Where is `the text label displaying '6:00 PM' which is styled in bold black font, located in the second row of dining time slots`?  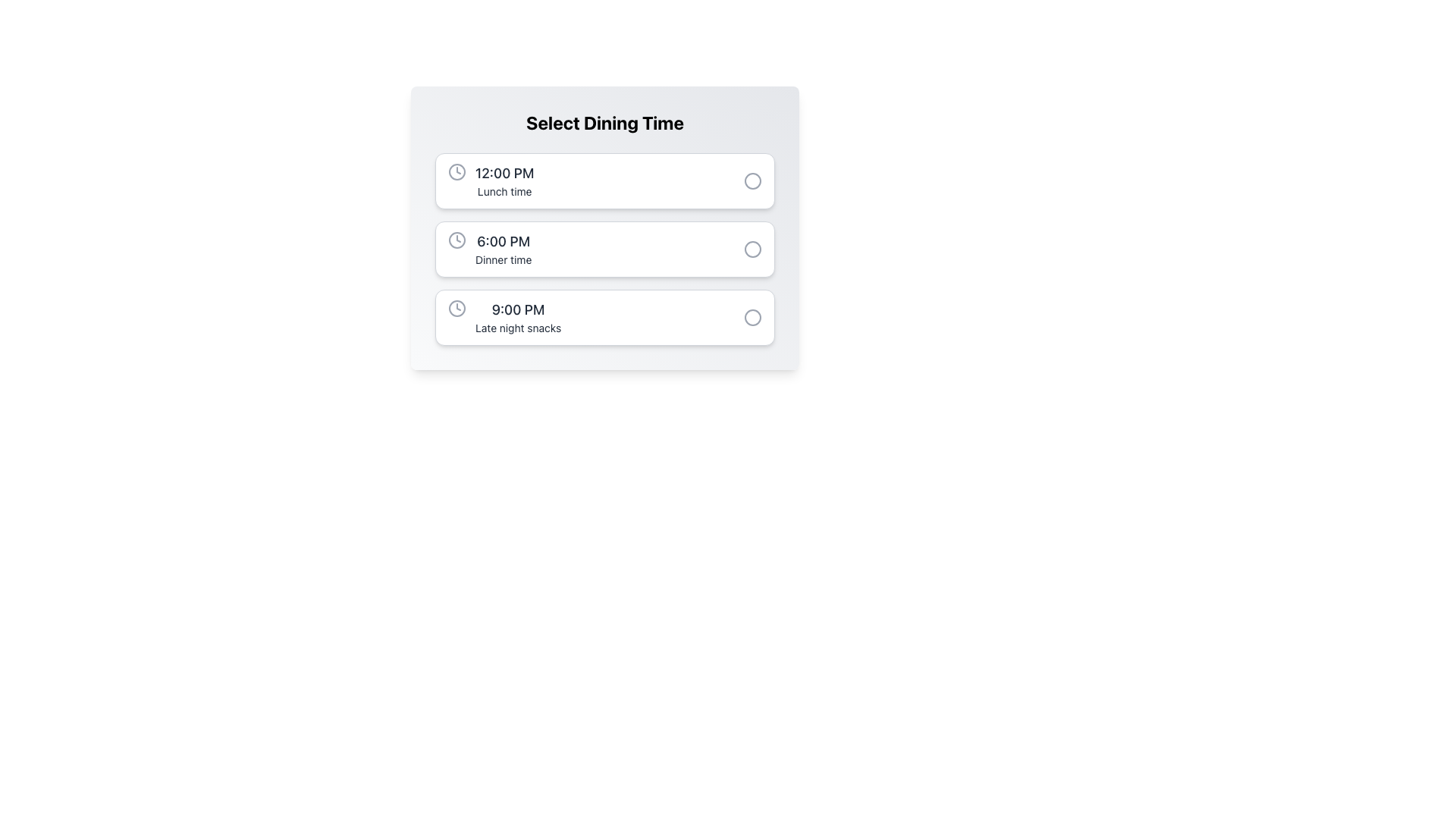
the text label displaying '6:00 PM' which is styled in bold black font, located in the second row of dining time slots is located at coordinates (504, 241).